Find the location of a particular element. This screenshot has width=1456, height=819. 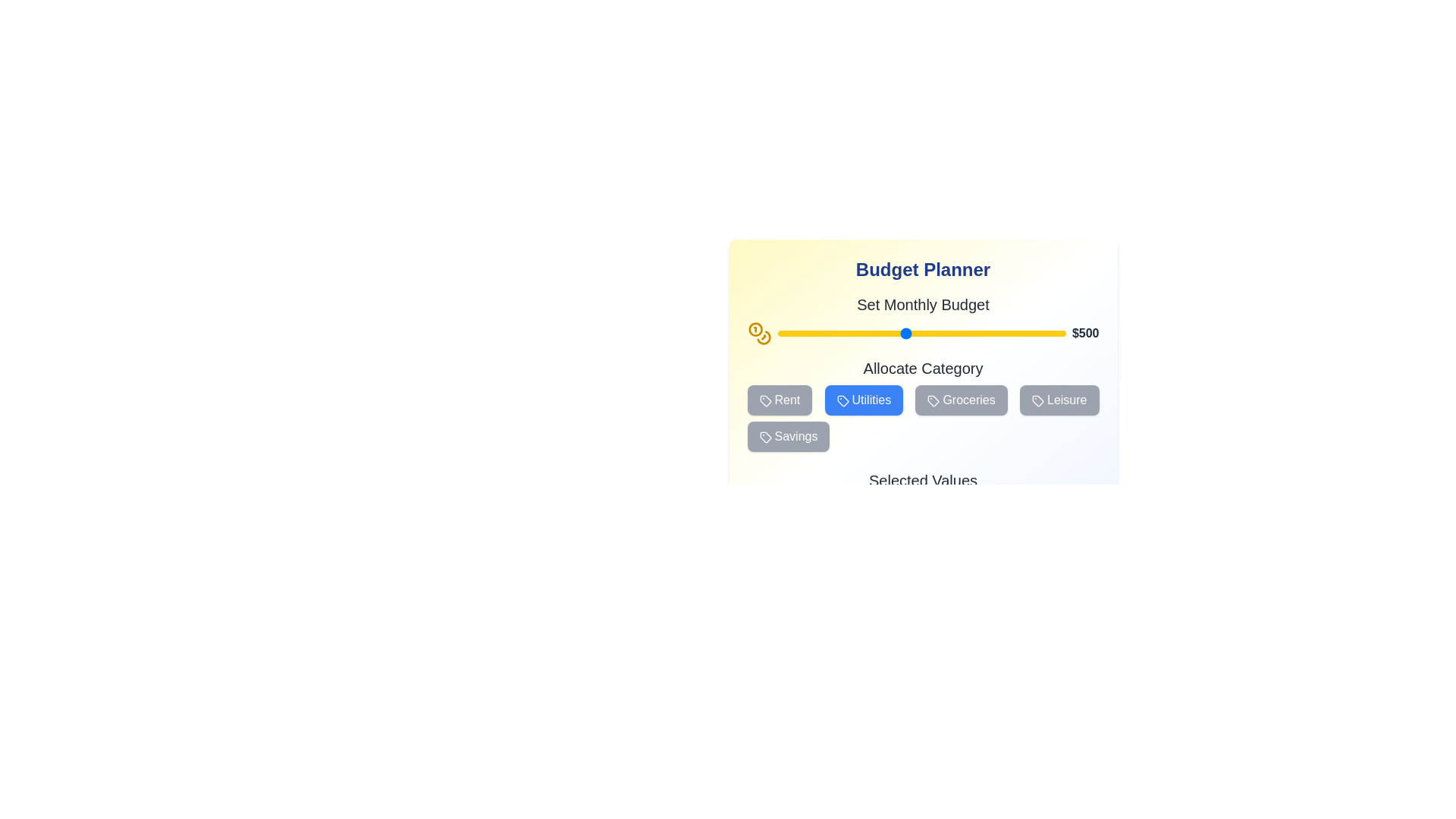

the header element containing the text 'Allocate Category', styled in bold black font on a white background is located at coordinates (922, 369).